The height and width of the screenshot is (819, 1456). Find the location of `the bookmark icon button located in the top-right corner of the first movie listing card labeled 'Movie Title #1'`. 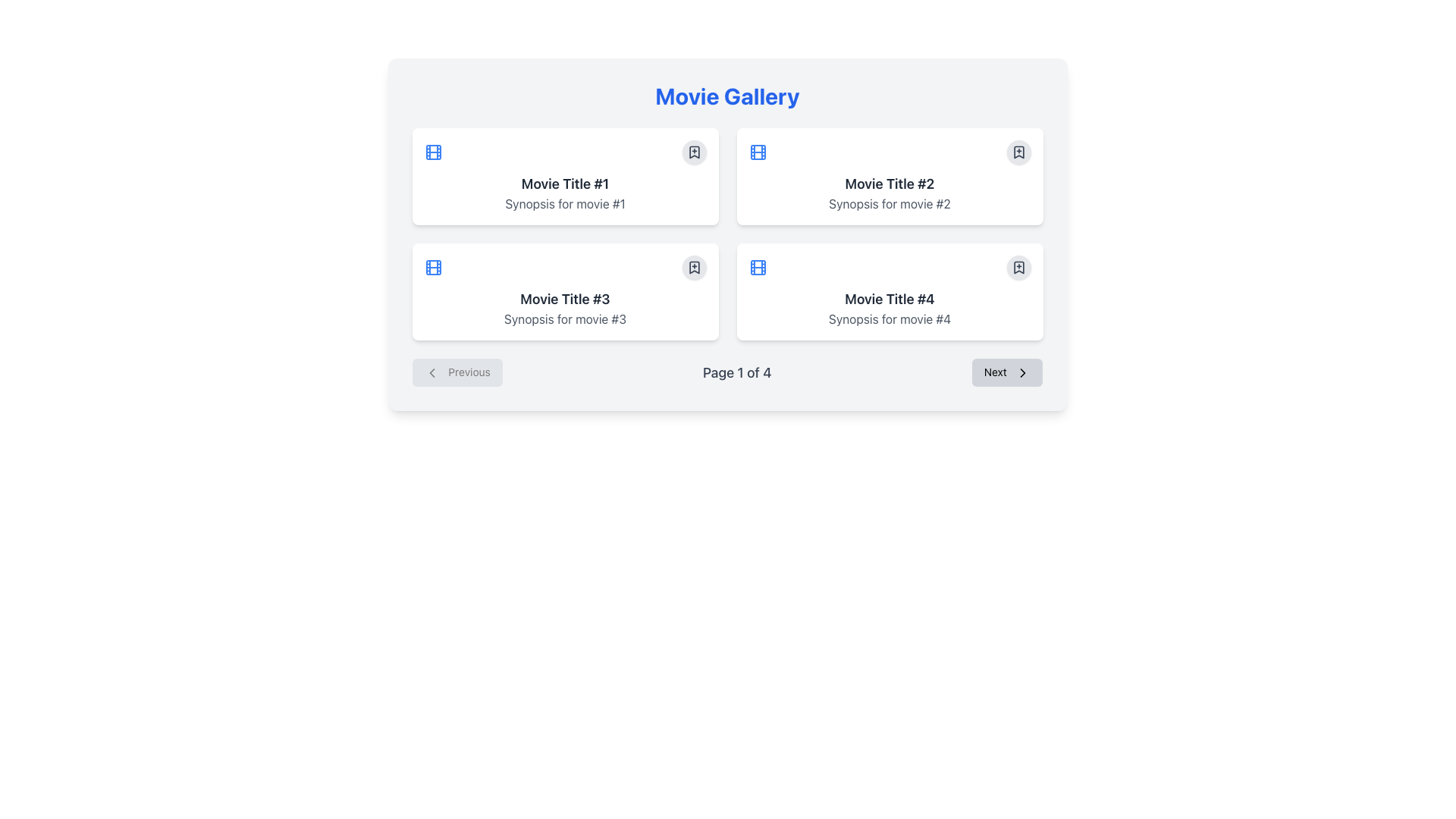

the bookmark icon button located in the top-right corner of the first movie listing card labeled 'Movie Title #1' is located at coordinates (693, 152).